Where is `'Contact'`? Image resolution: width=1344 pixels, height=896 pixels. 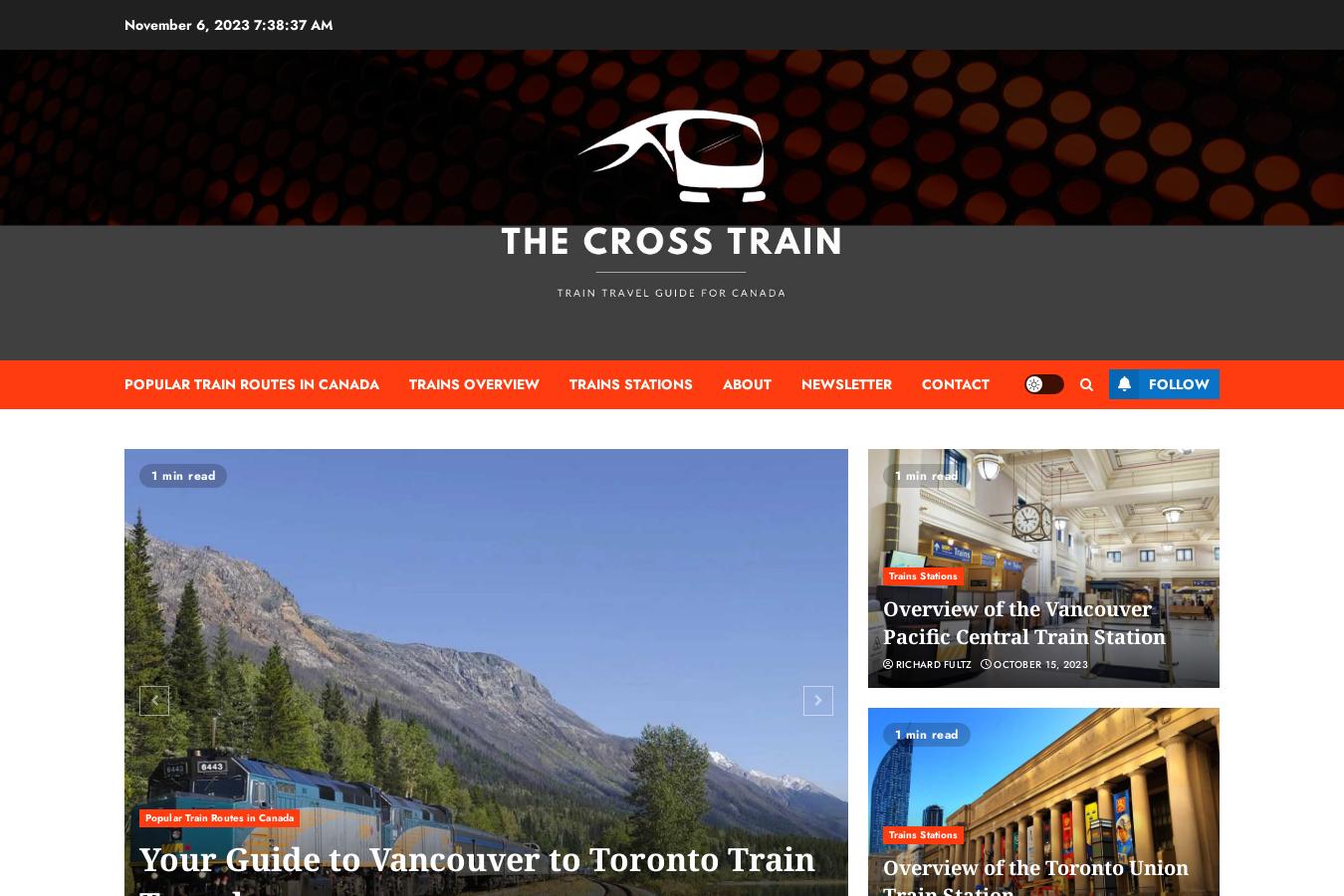
'Contact' is located at coordinates (920, 383).